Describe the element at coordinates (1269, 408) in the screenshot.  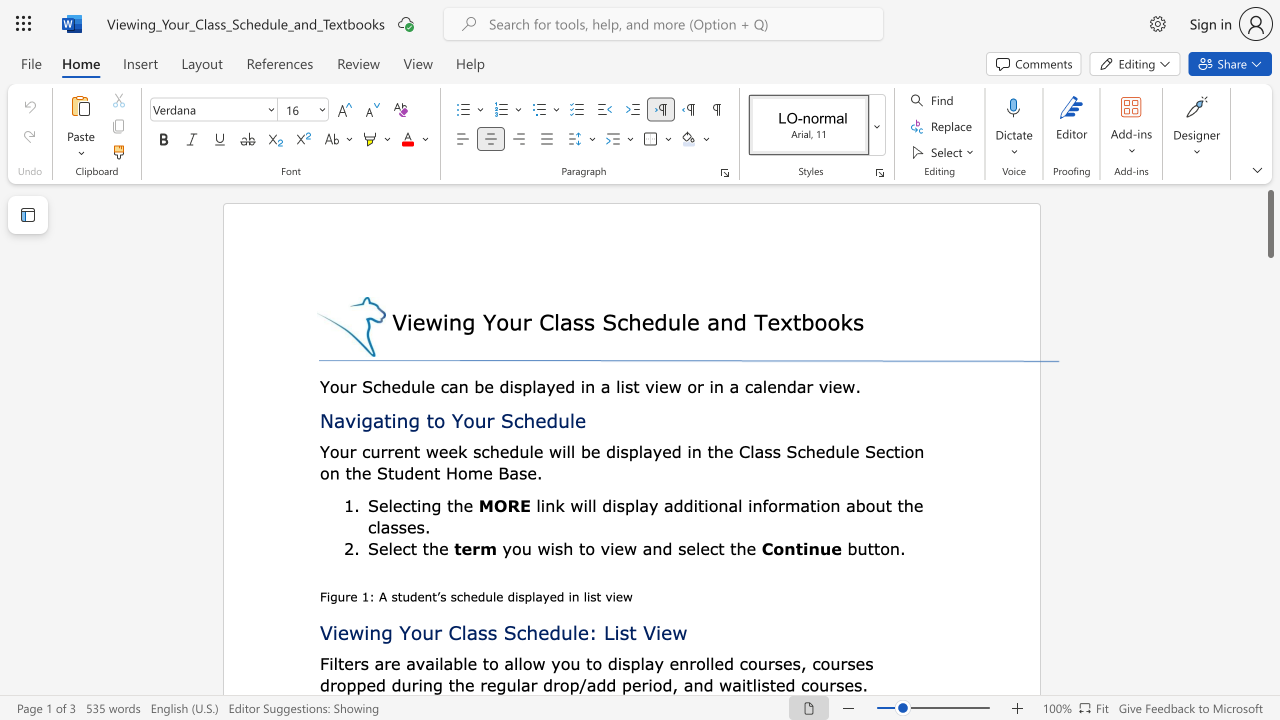
I see `the vertical scrollbar to lower the page content` at that location.